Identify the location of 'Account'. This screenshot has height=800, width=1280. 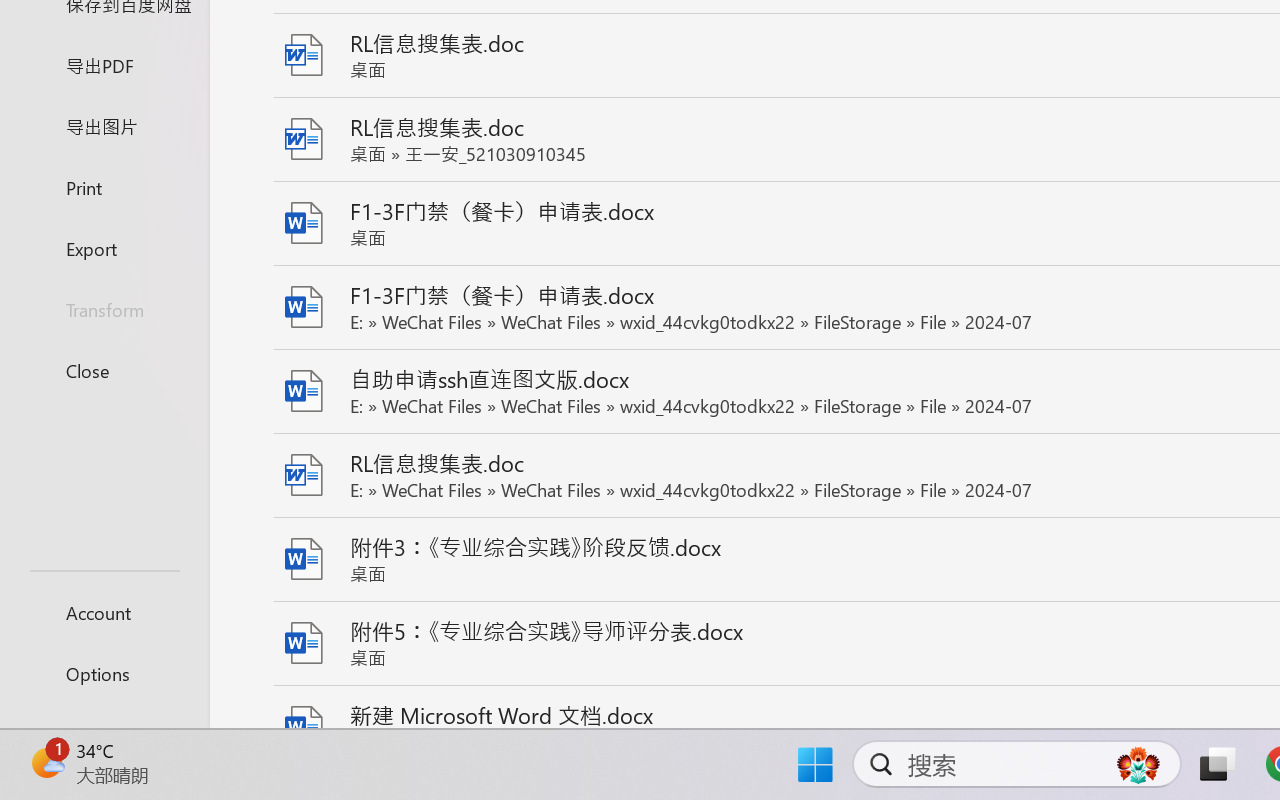
(103, 612).